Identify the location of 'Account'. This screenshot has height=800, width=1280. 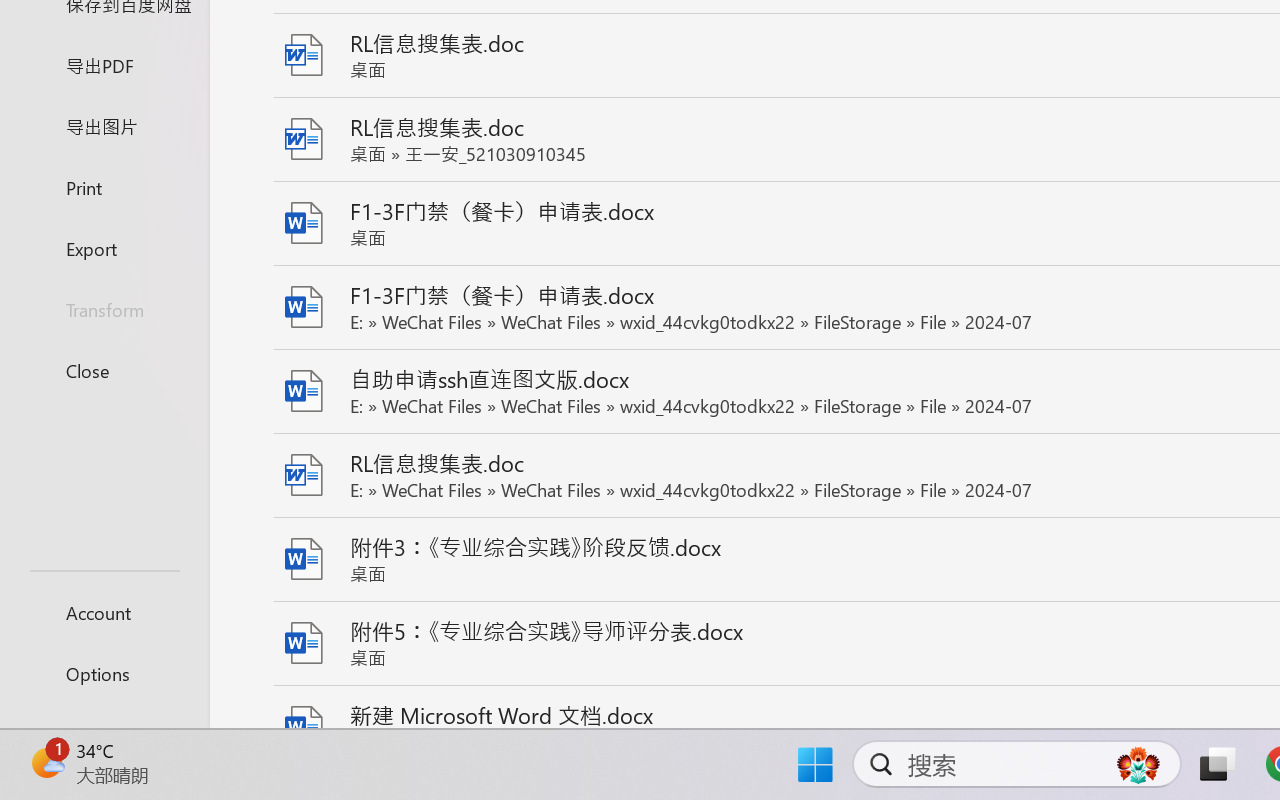
(103, 612).